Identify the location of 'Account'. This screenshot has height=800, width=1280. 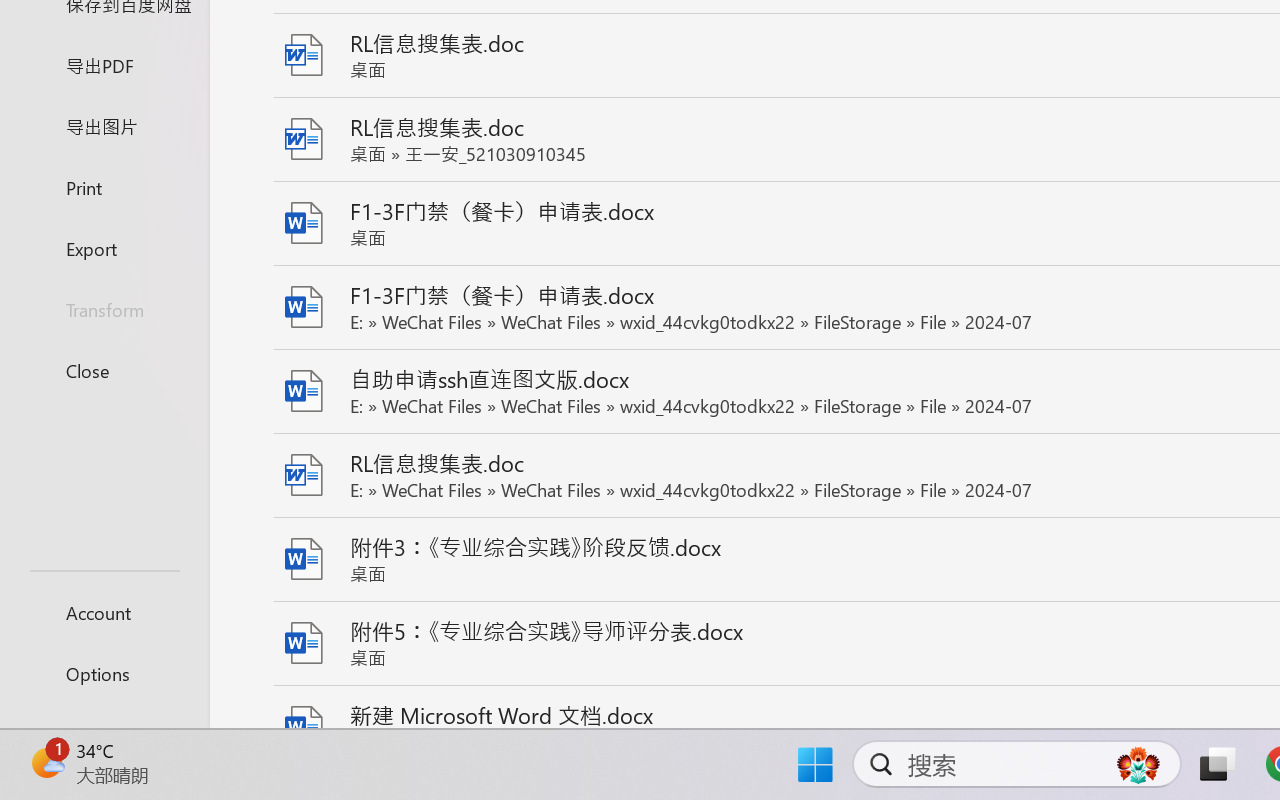
(103, 612).